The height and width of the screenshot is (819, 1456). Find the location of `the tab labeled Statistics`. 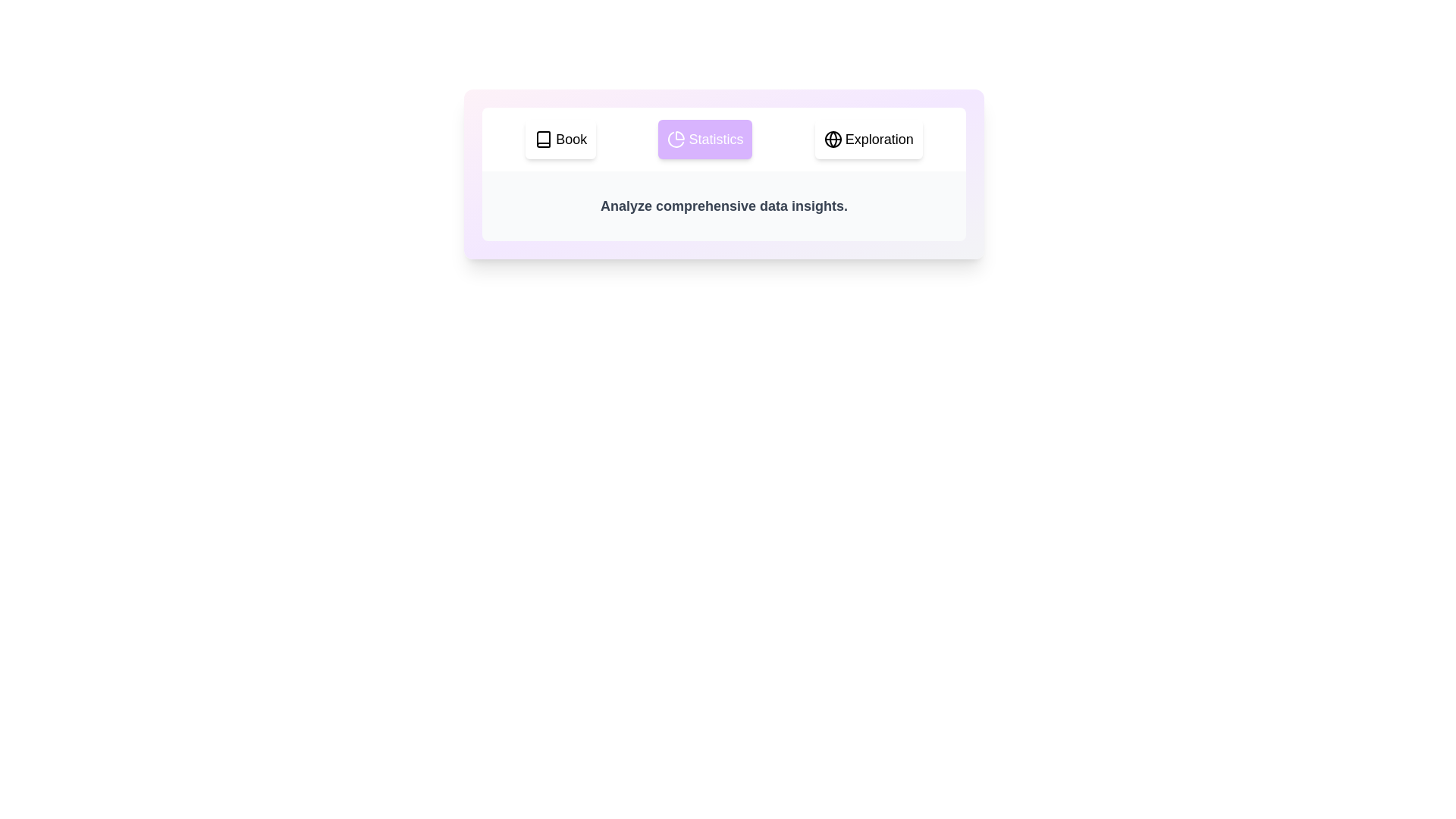

the tab labeled Statistics is located at coordinates (704, 140).